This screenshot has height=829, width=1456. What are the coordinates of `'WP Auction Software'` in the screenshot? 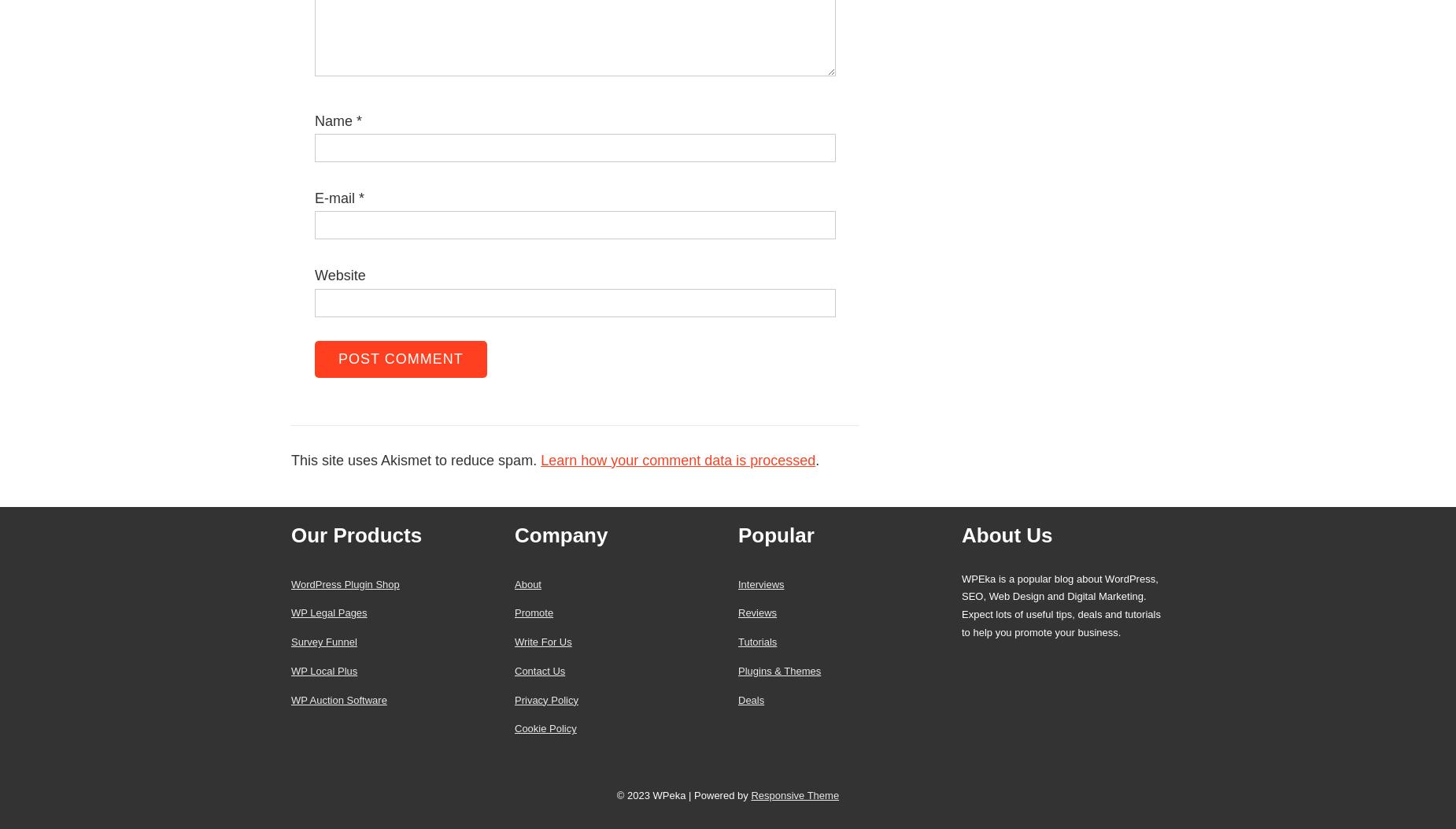 It's located at (290, 699).